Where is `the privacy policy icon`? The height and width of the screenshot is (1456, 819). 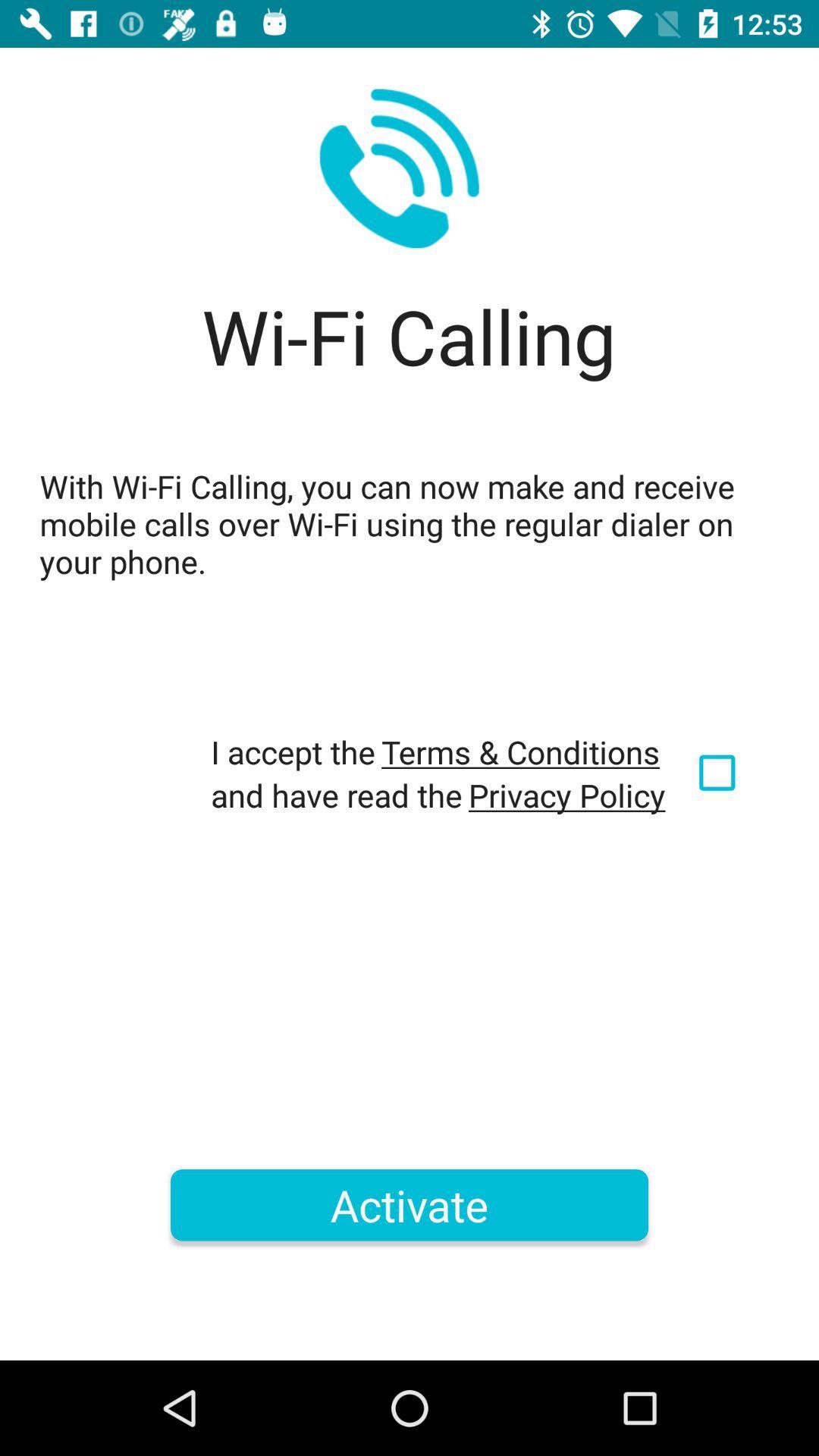 the privacy policy icon is located at coordinates (566, 794).